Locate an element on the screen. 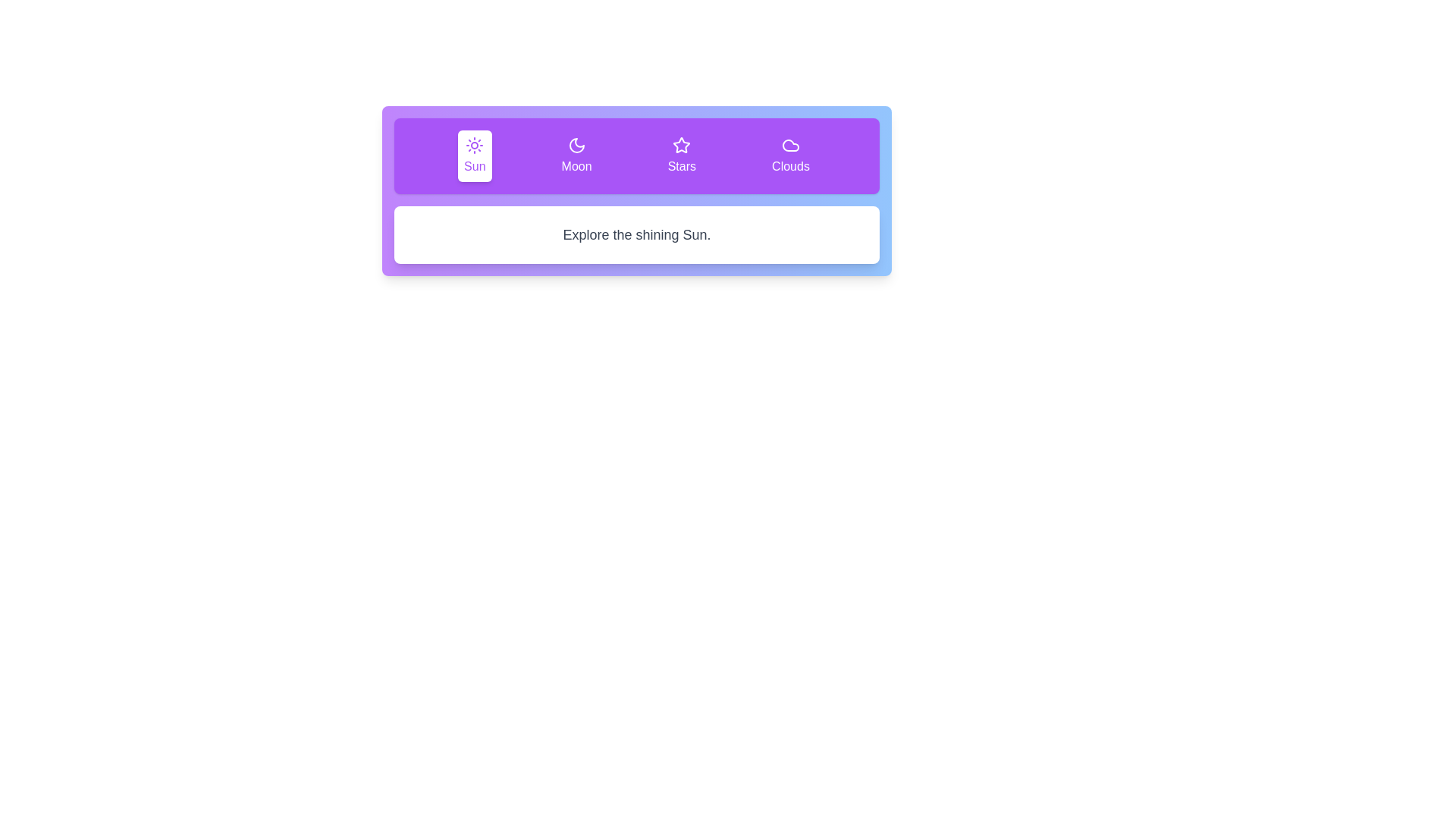 This screenshot has width=1456, height=819. the 'Moon' button, which is the second button in a group of horizontally arranged buttons is located at coordinates (576, 155).